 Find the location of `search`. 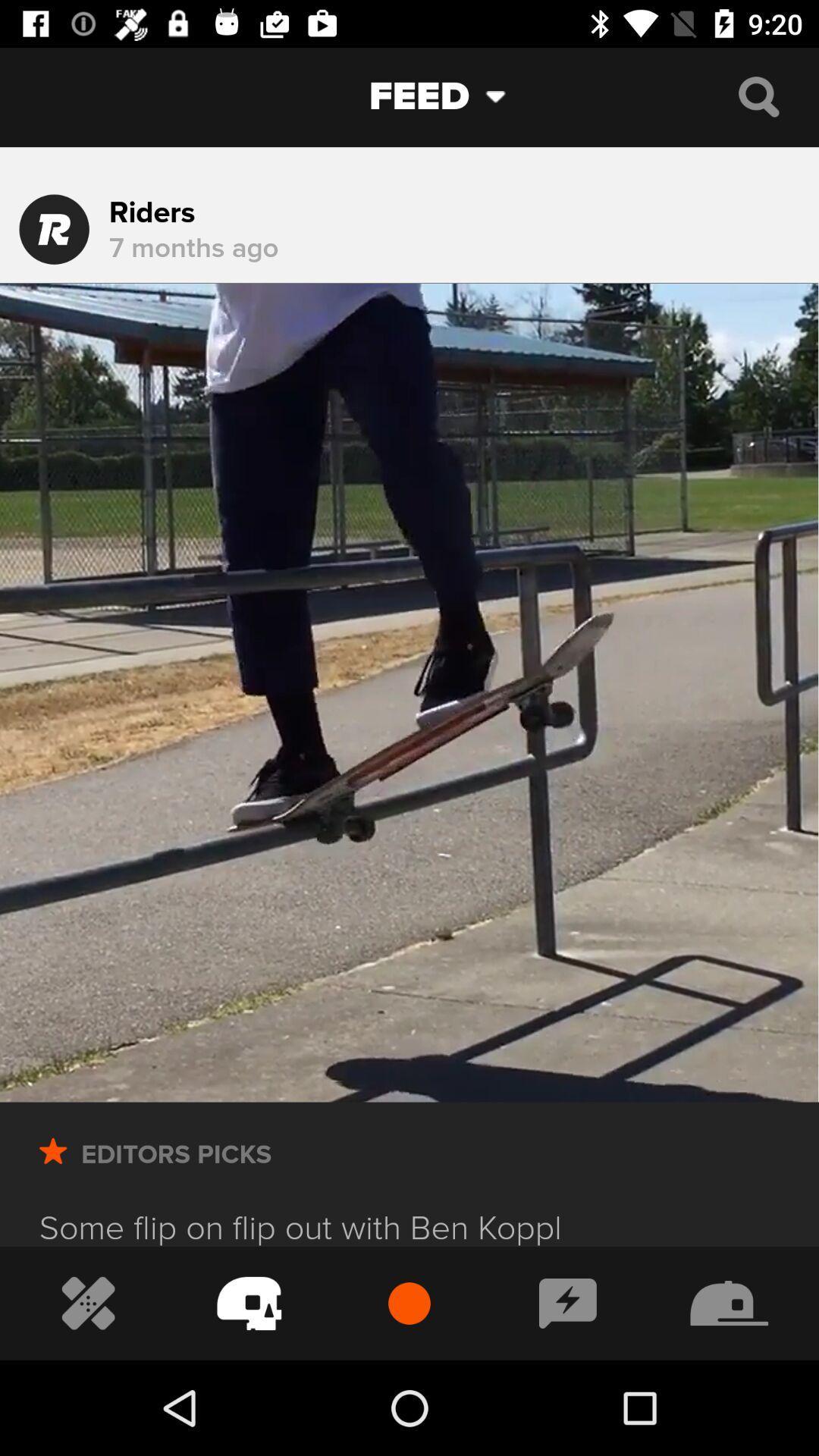

search is located at coordinates (758, 96).